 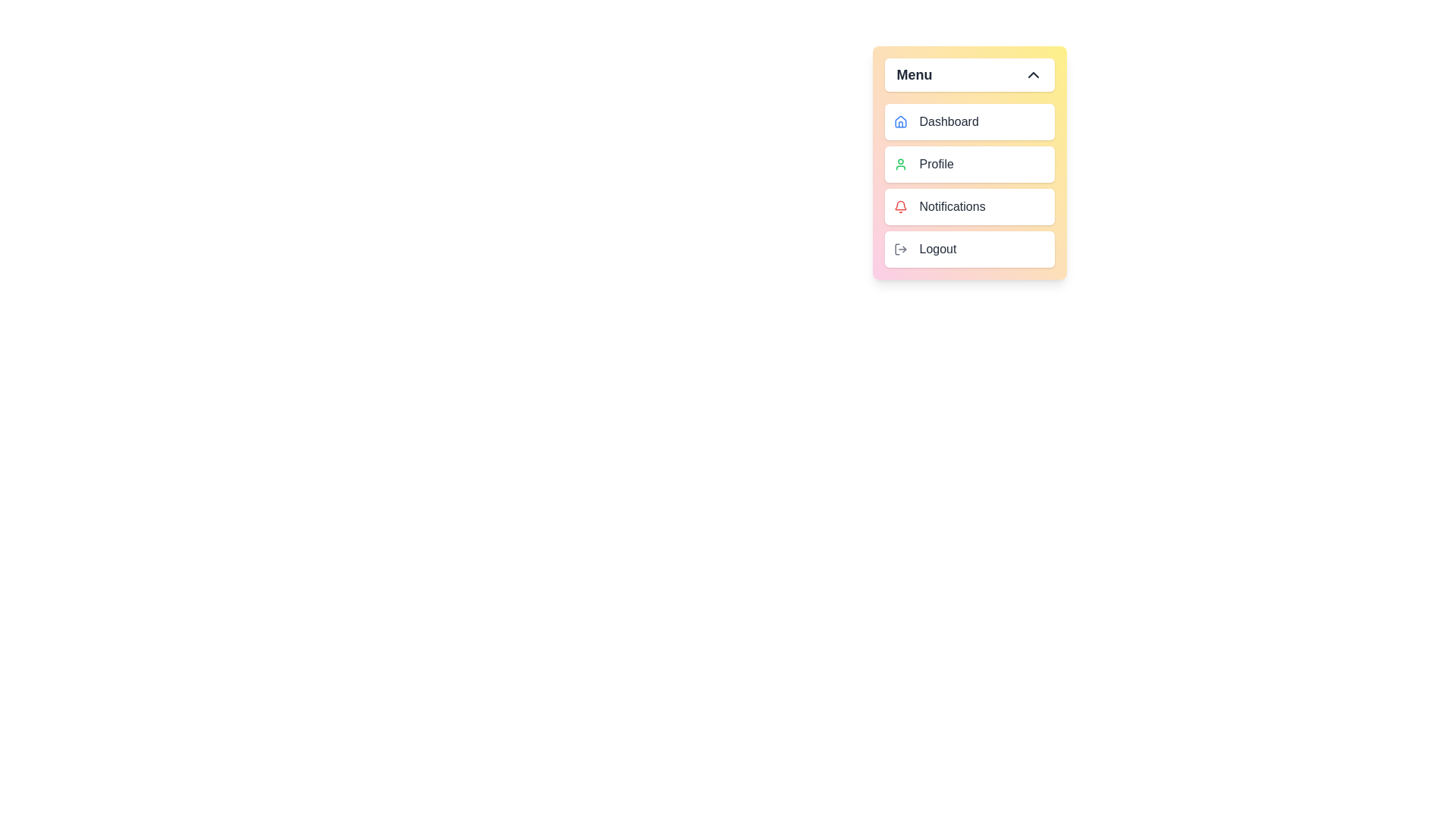 What do you see at coordinates (968, 207) in the screenshot?
I see `the menu item labeled Notifications` at bounding box center [968, 207].